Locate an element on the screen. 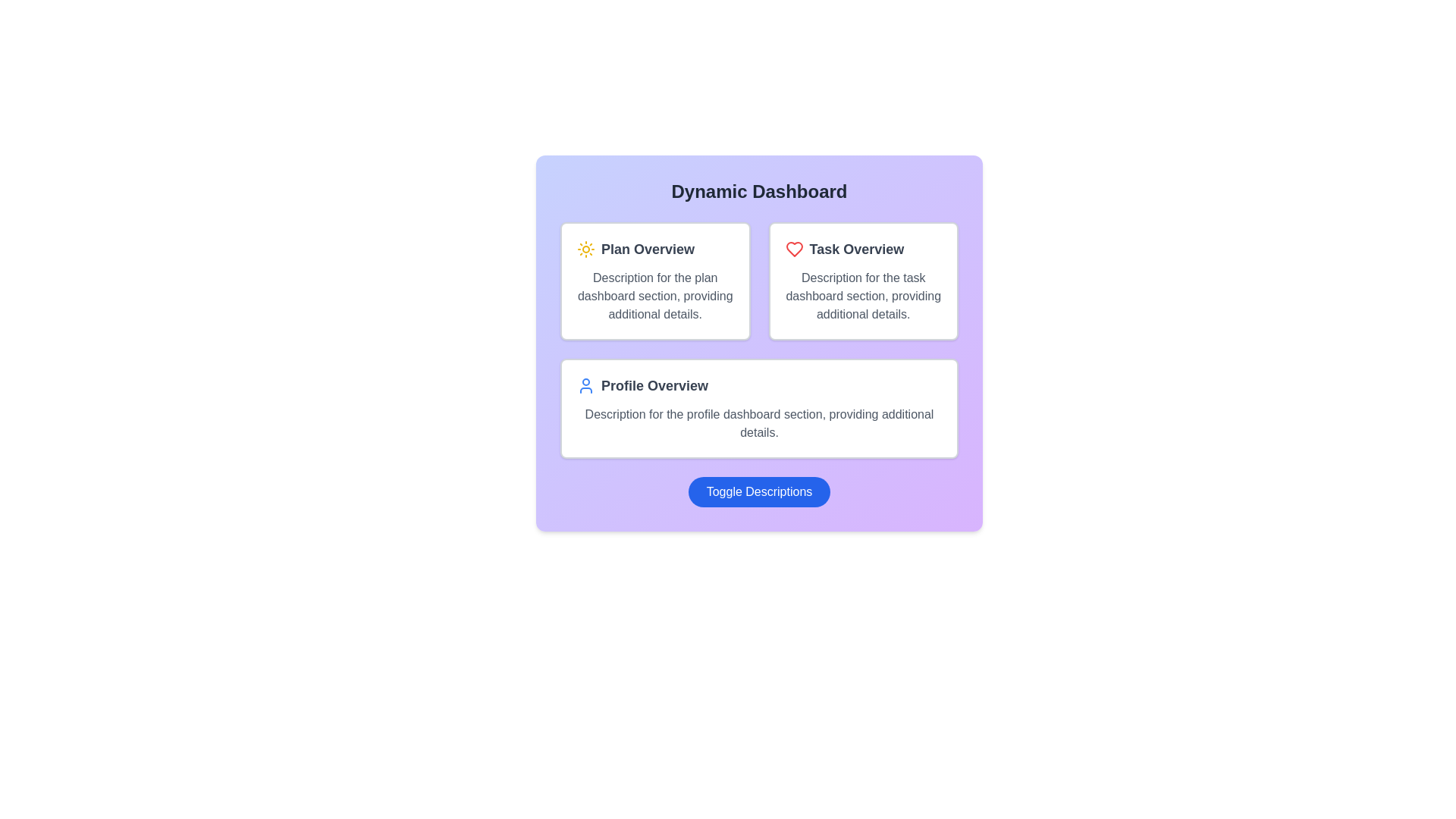  the blue user icon styled as an outline of a person, located to the left of the 'Profile Overview' text is located at coordinates (585, 385).